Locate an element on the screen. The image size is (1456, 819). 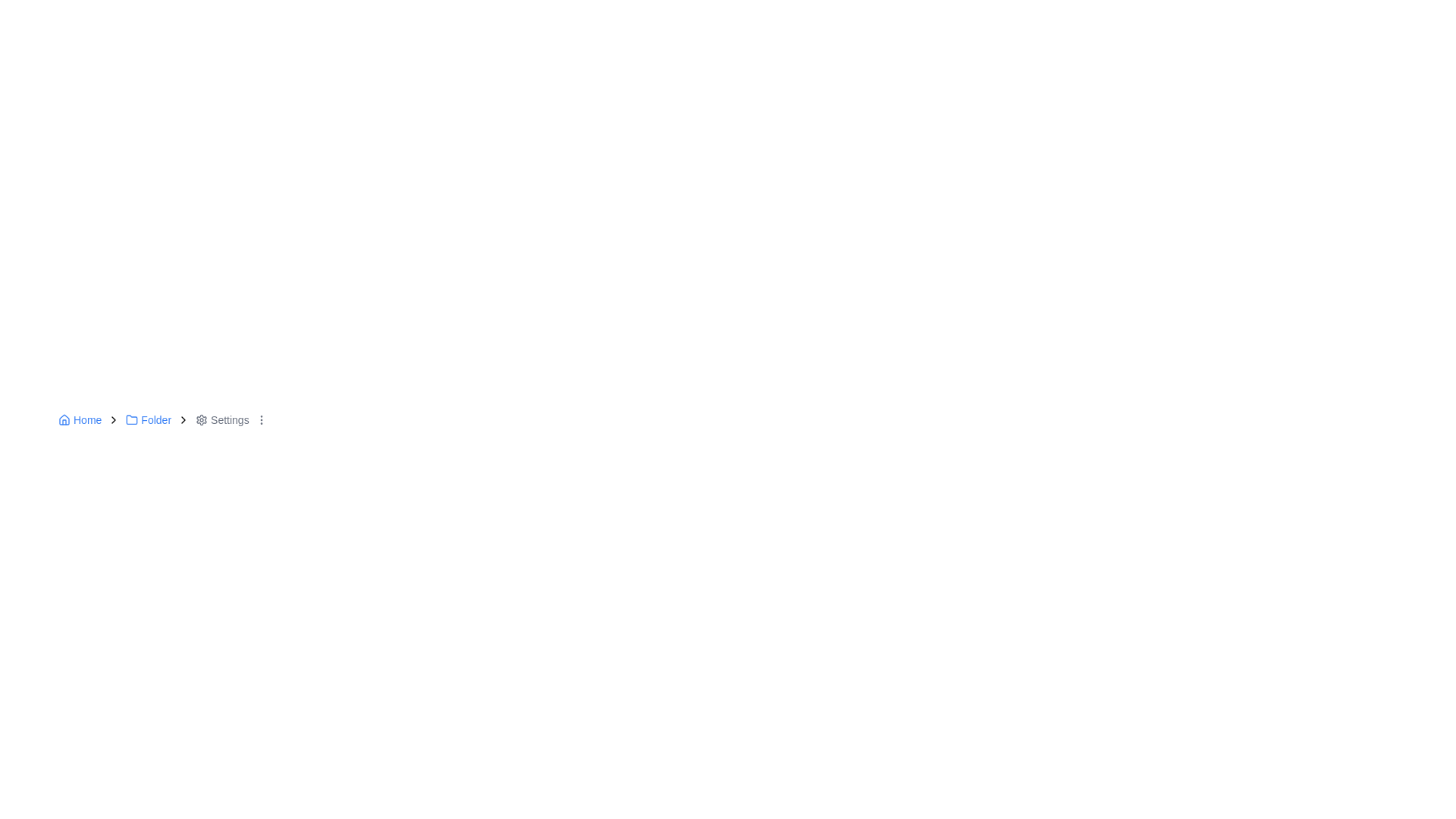
the settings icon located to the left of the 'Settings' label is located at coordinates (201, 420).